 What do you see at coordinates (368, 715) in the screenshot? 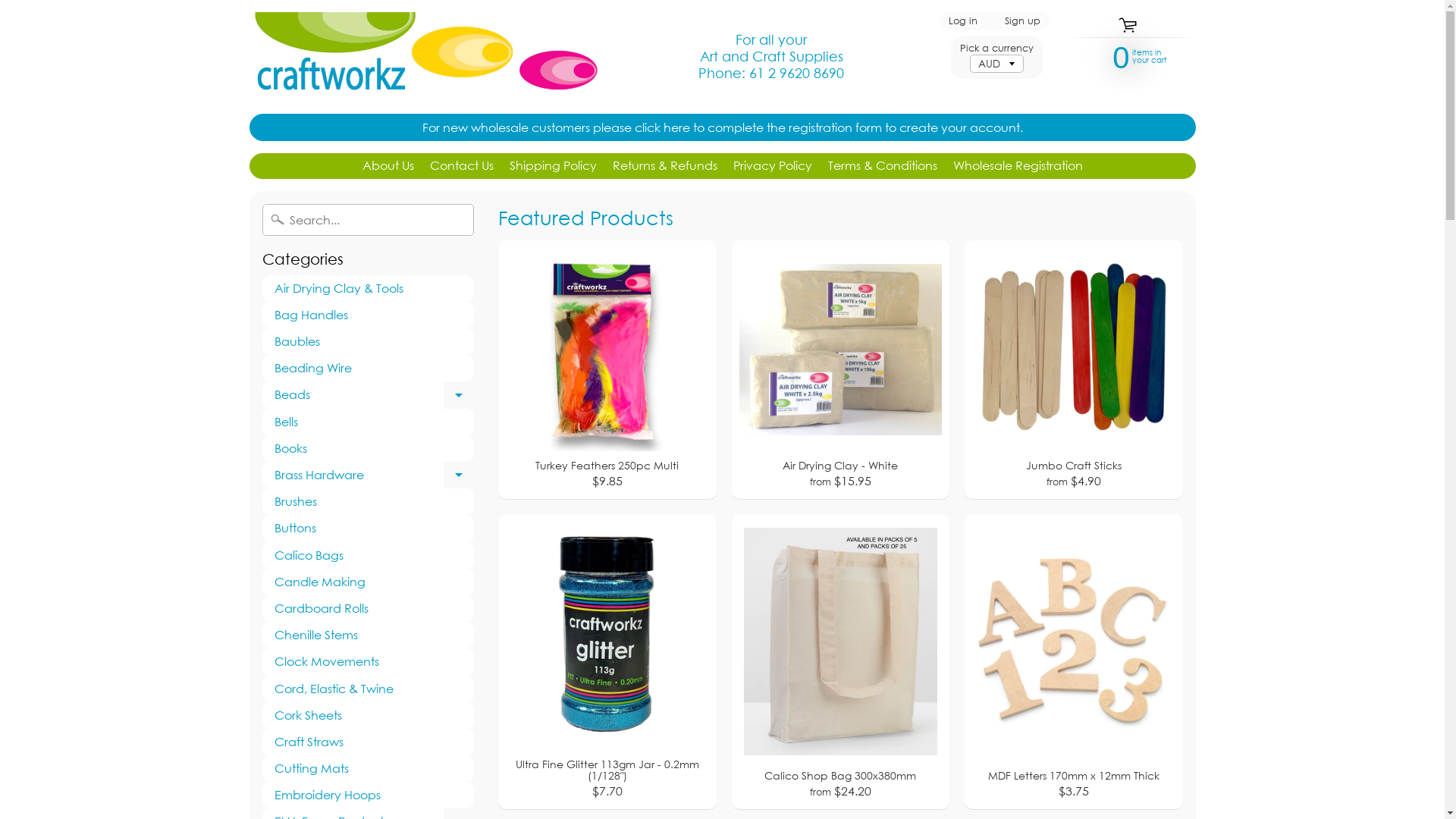
I see `'Cork Sheets'` at bounding box center [368, 715].